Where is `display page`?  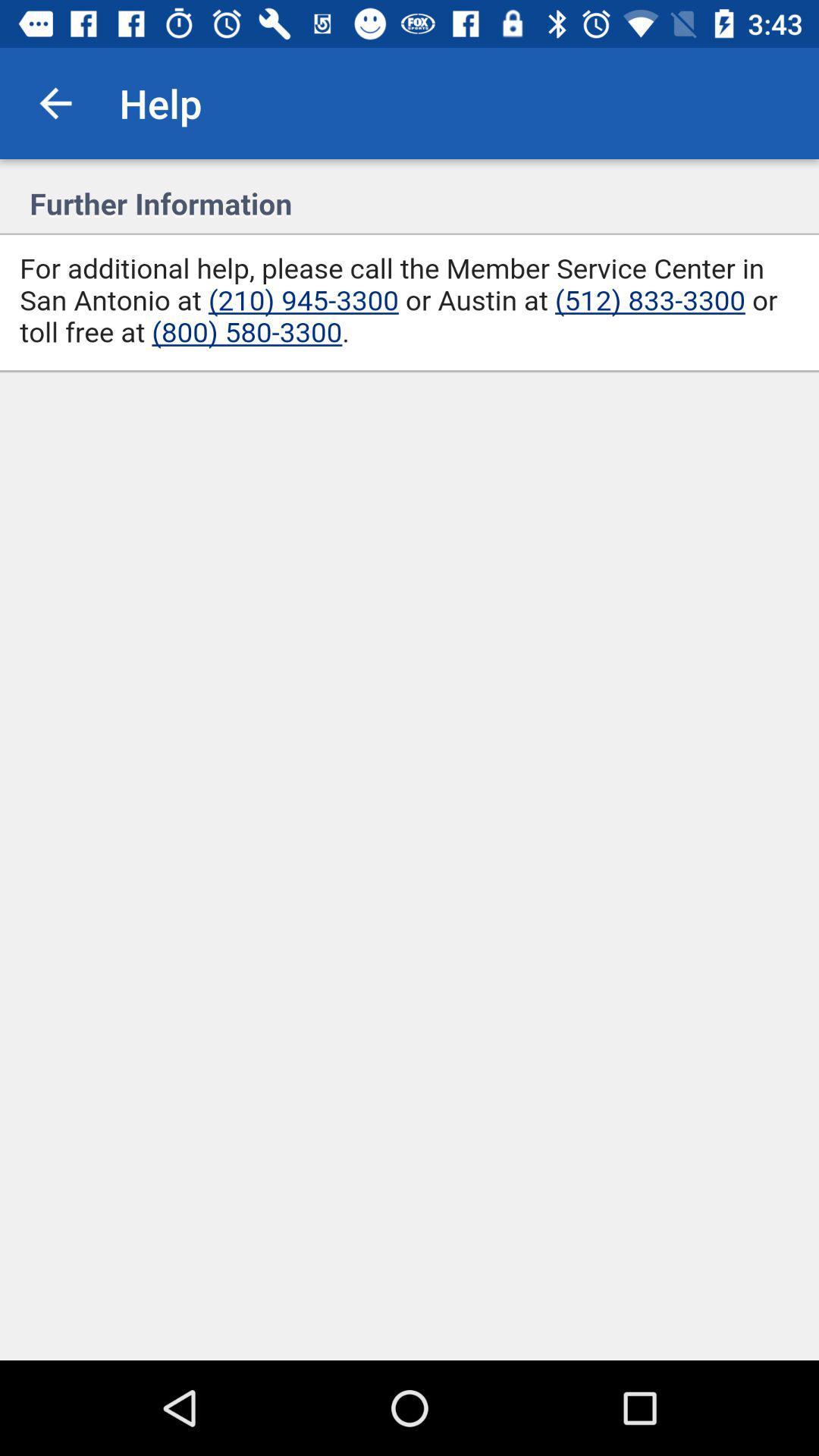
display page is located at coordinates (409, 760).